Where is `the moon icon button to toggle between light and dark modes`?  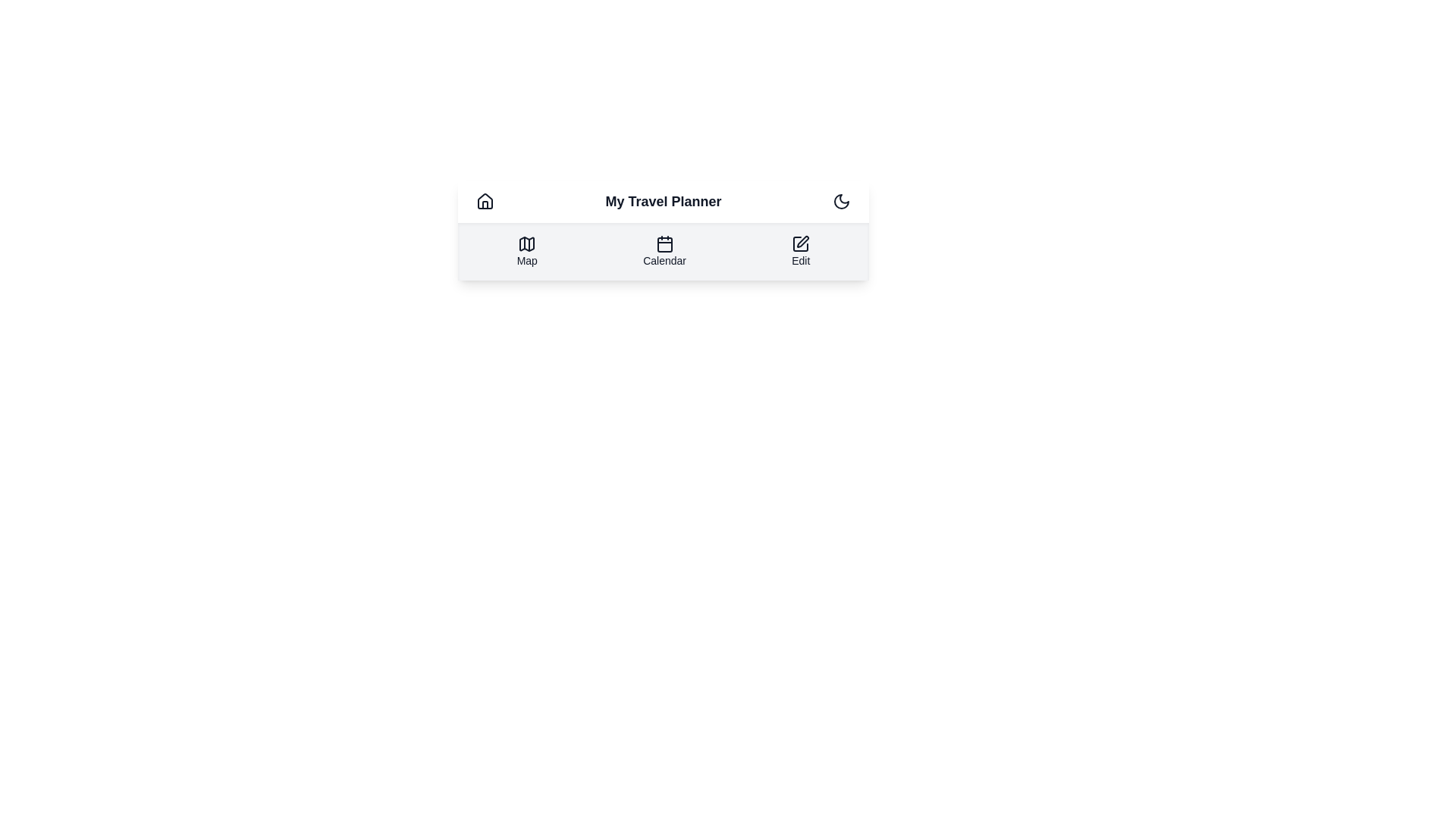 the moon icon button to toggle between light and dark modes is located at coordinates (840, 201).